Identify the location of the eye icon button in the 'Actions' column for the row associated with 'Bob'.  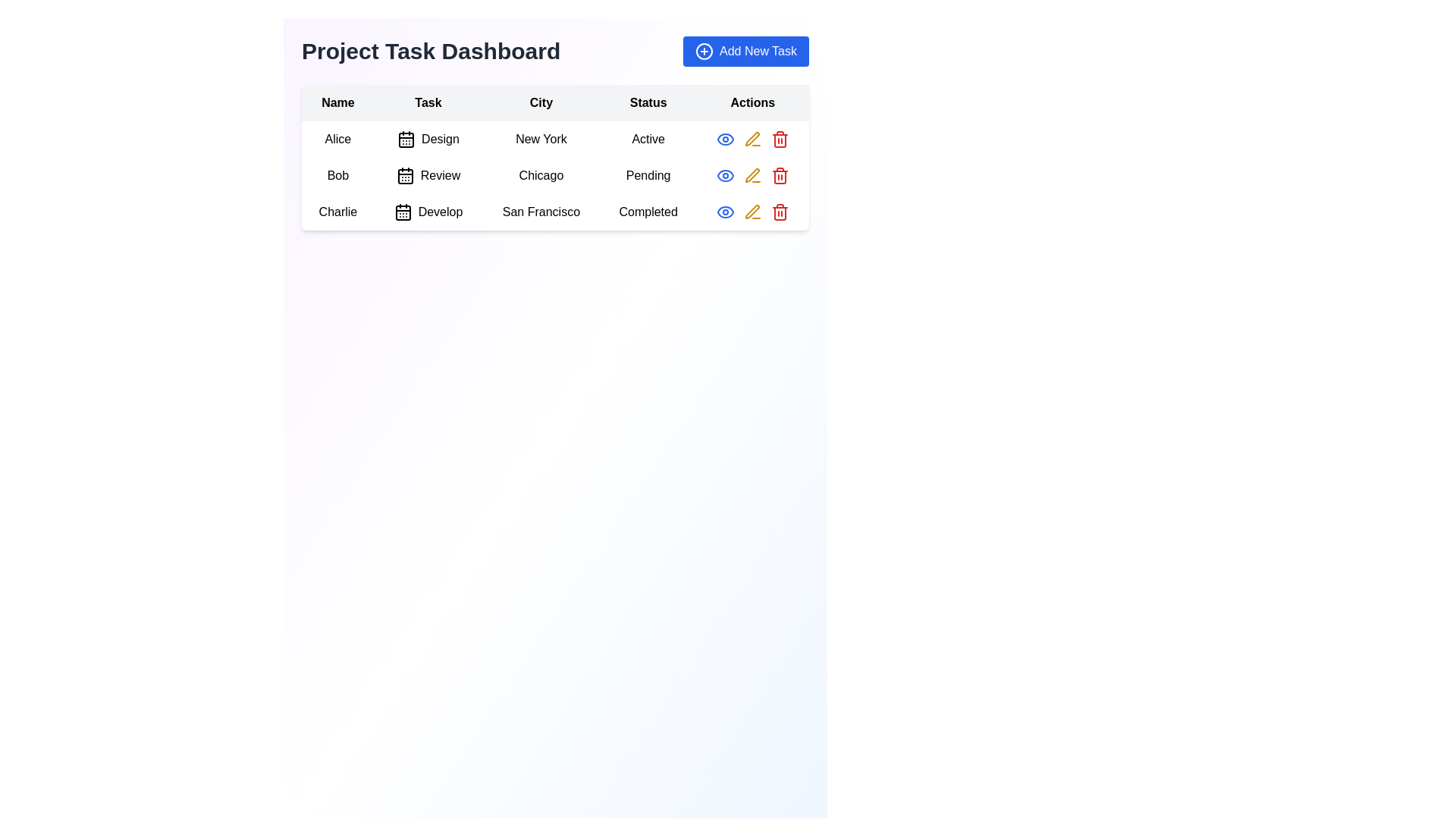
(724, 174).